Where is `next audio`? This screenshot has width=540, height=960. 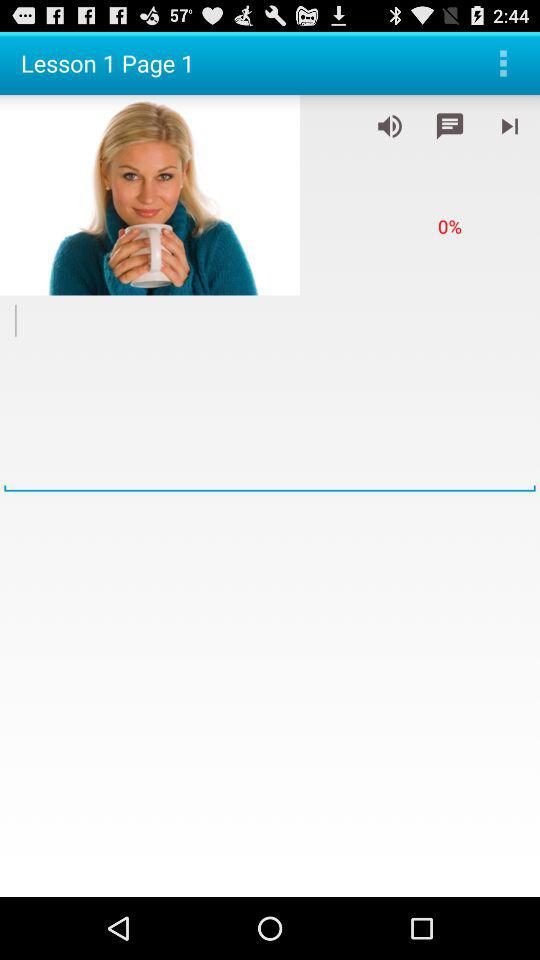 next audio is located at coordinates (509, 125).